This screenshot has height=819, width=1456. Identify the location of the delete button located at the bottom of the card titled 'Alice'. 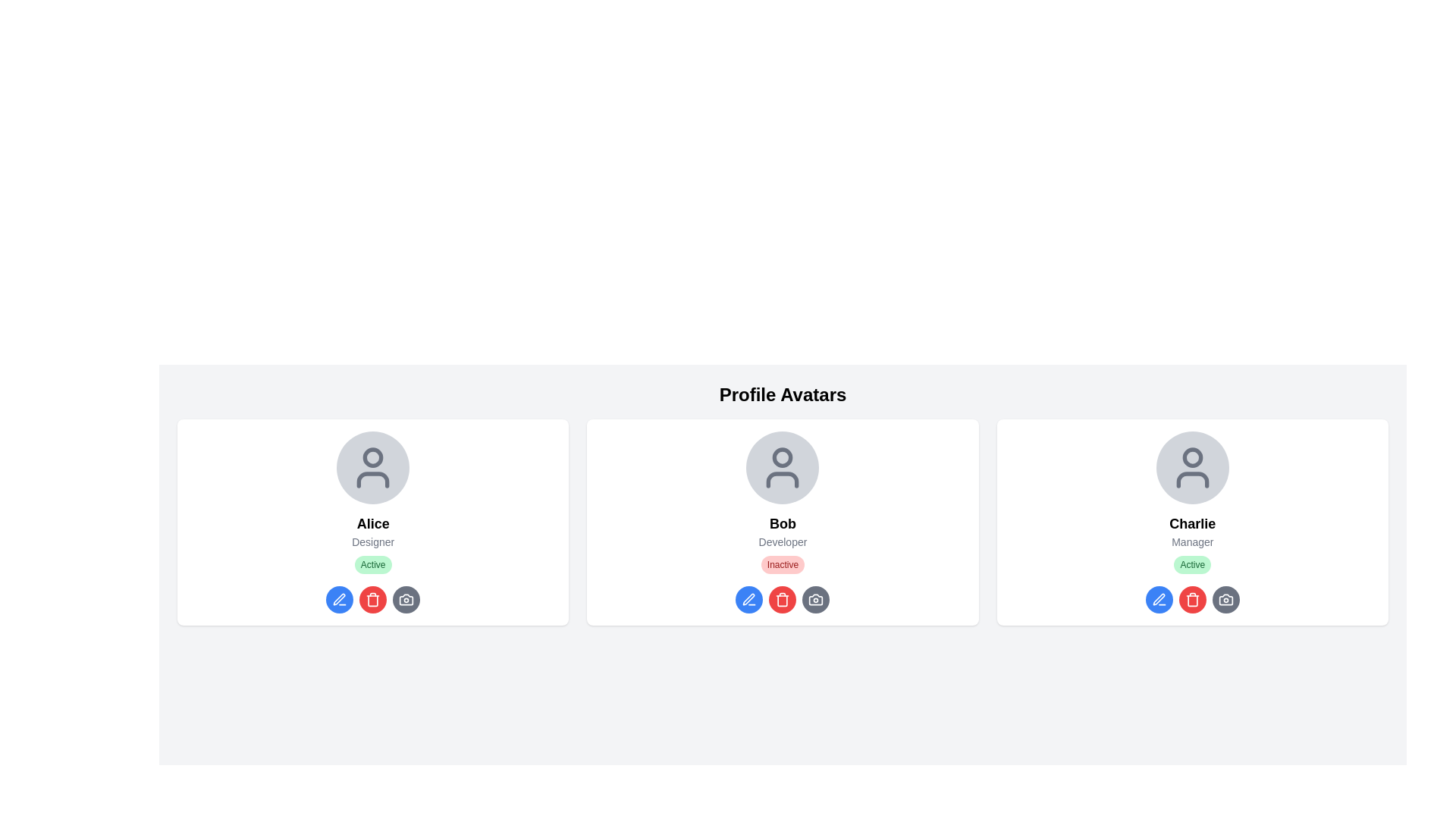
(373, 598).